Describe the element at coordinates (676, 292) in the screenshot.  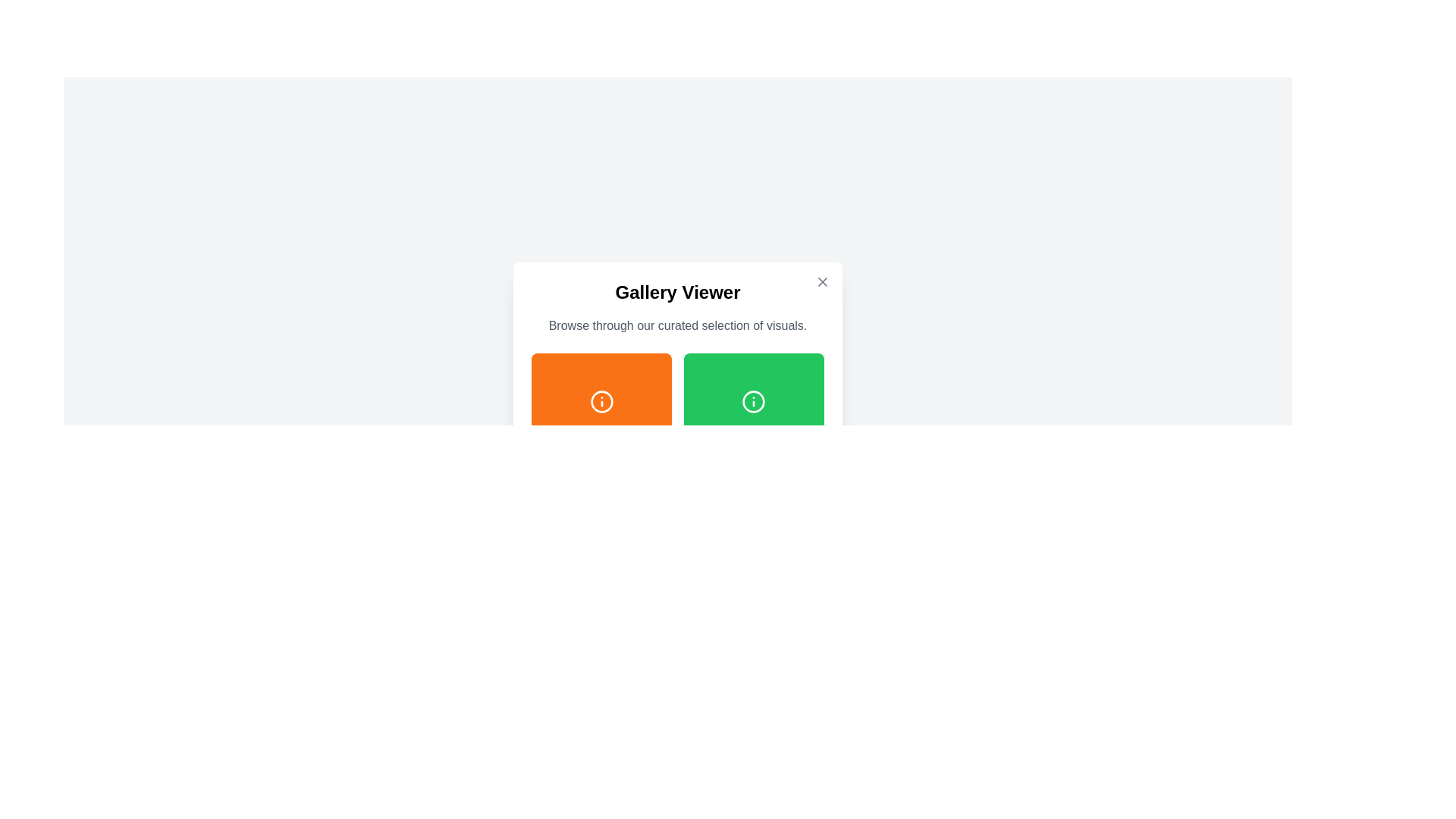
I see `the bold text component displaying 'Gallery Viewer' located at the center upper portion of the main content area` at that location.